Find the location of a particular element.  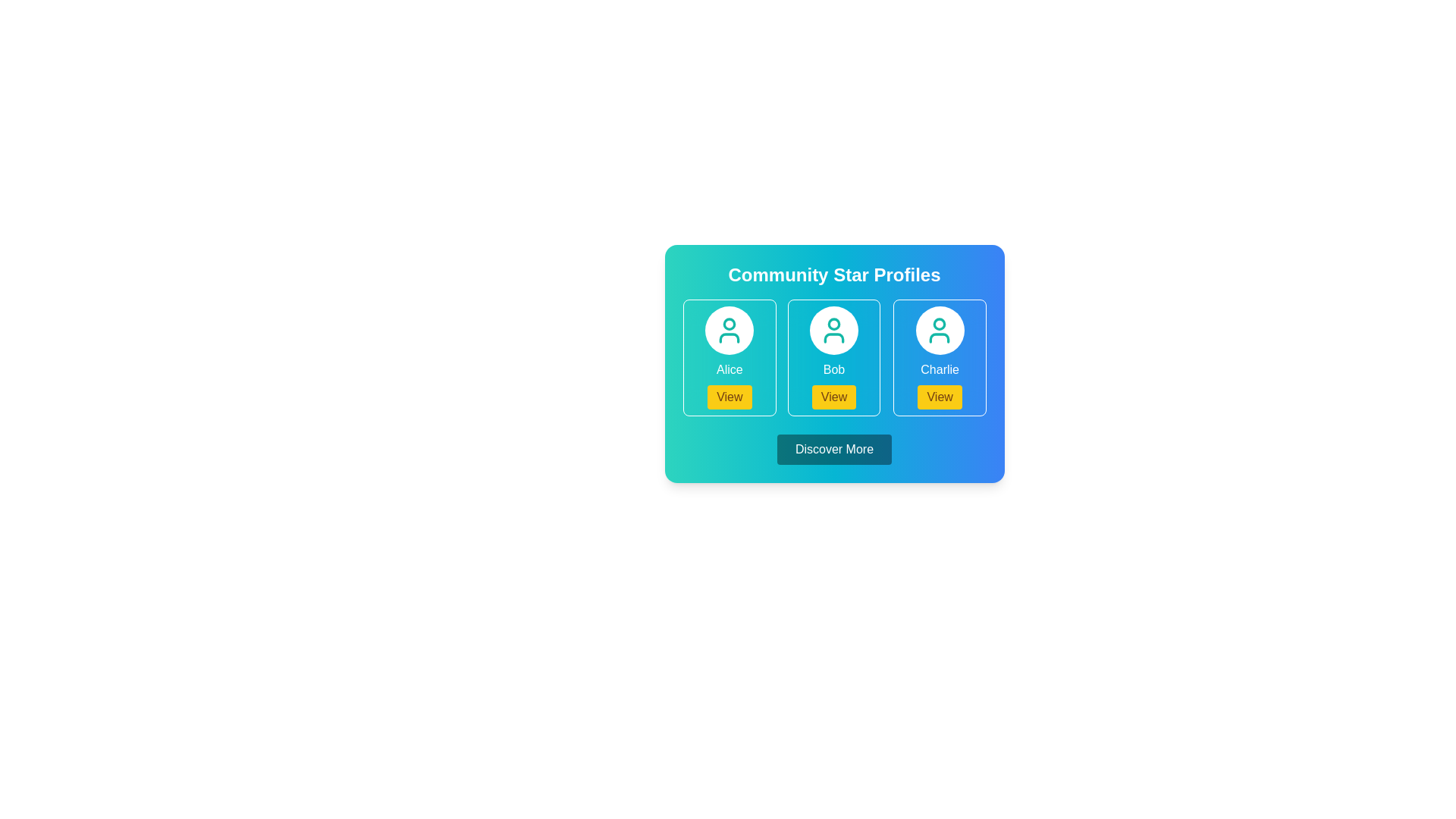

the lower section of the user profile icon representing 'Bob', which enhances the graphical display of the profile is located at coordinates (833, 337).